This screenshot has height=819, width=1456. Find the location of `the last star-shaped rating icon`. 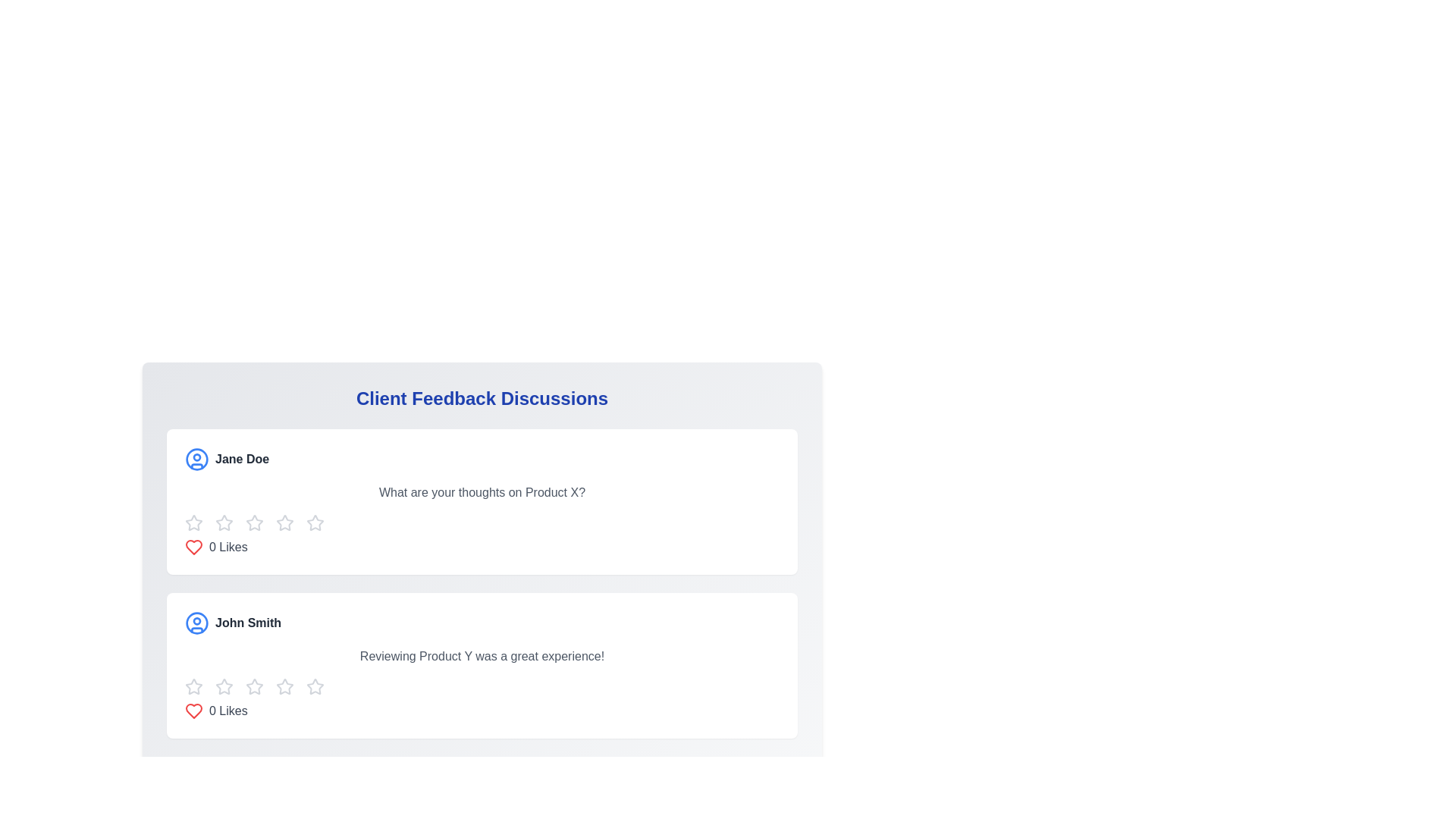

the last star-shaped rating icon is located at coordinates (315, 687).